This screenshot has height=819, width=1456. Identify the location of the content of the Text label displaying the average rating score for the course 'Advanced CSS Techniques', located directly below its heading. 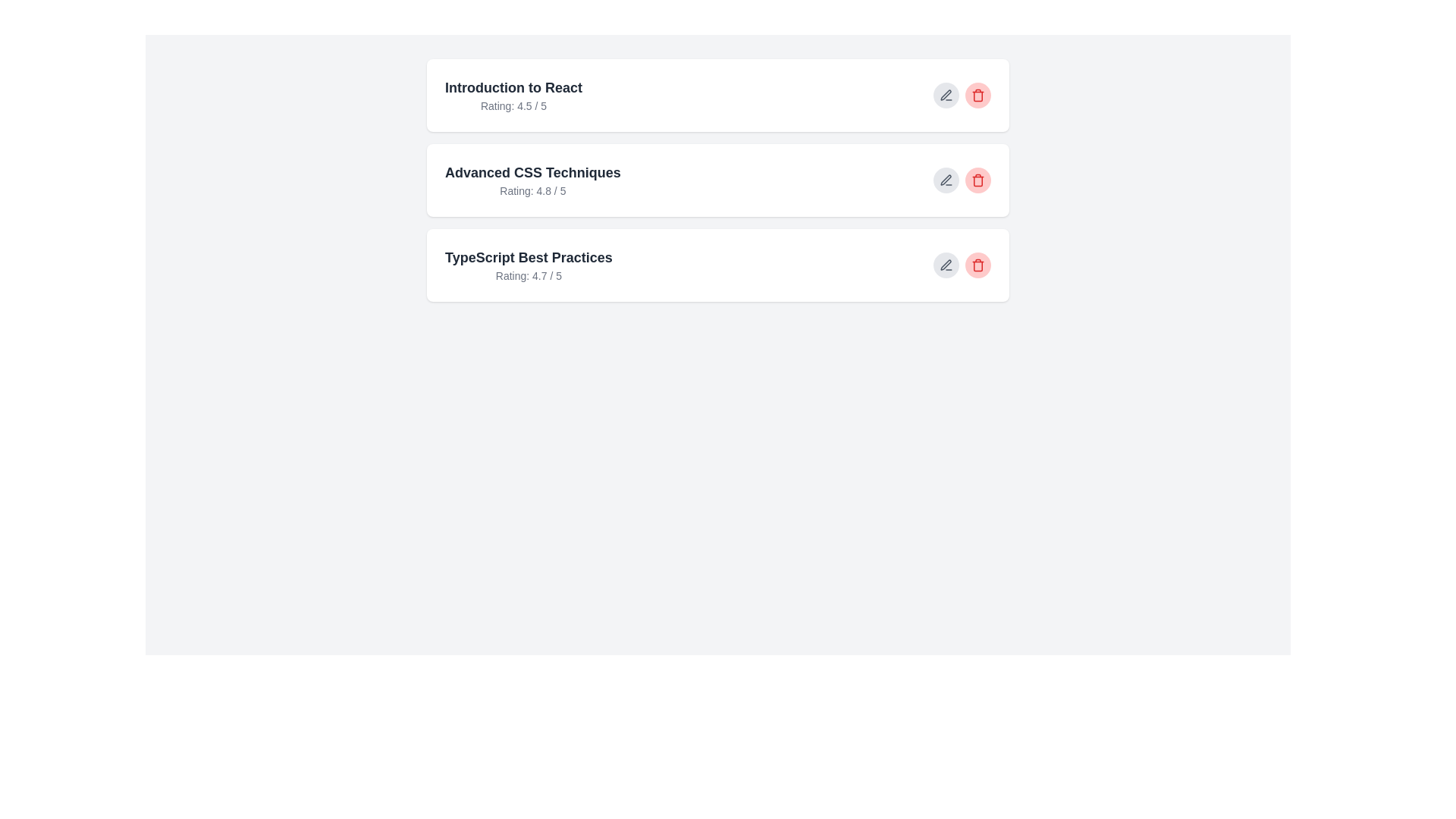
(532, 190).